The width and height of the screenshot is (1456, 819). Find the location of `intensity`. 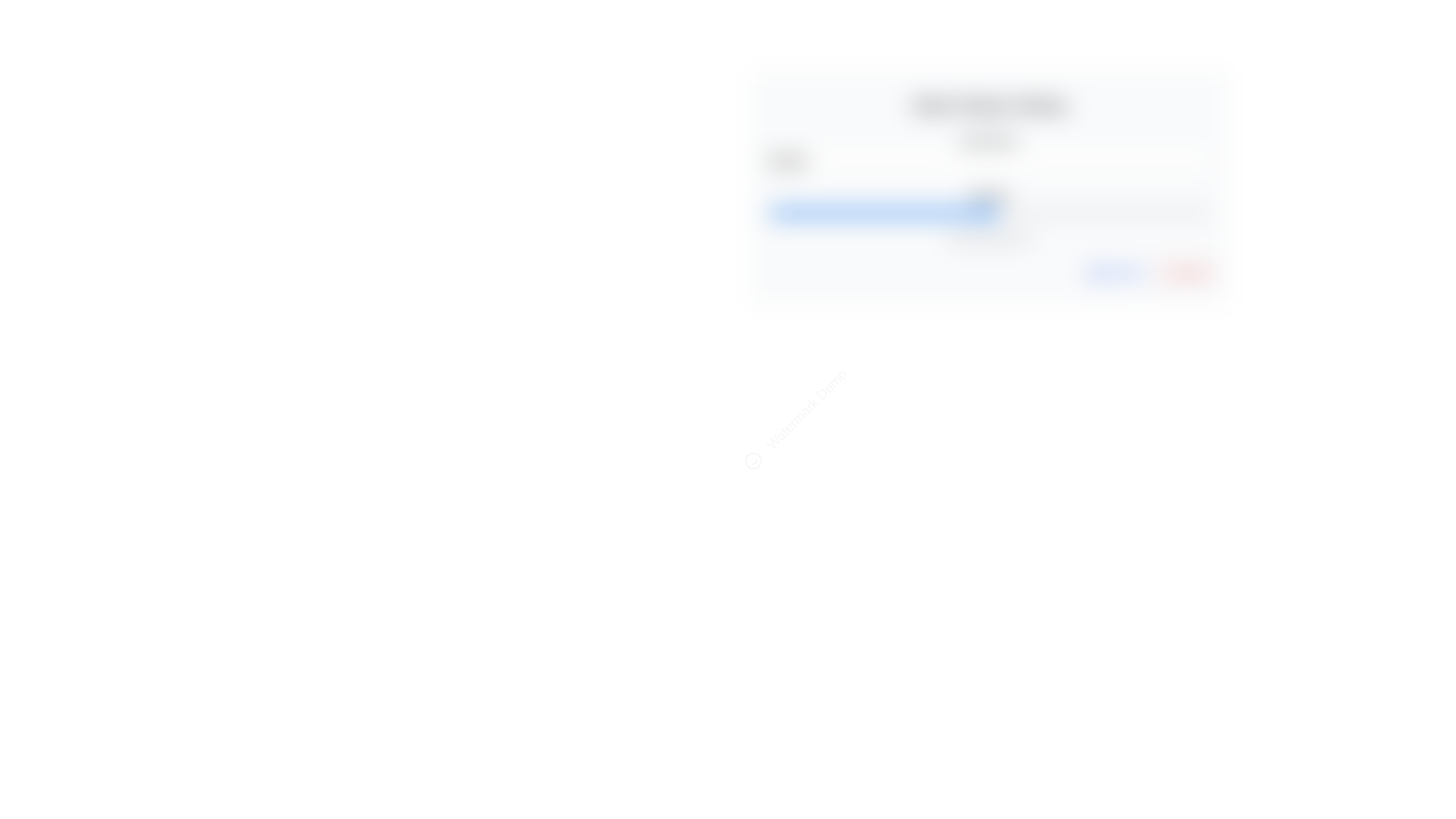

intensity is located at coordinates (990, 213).